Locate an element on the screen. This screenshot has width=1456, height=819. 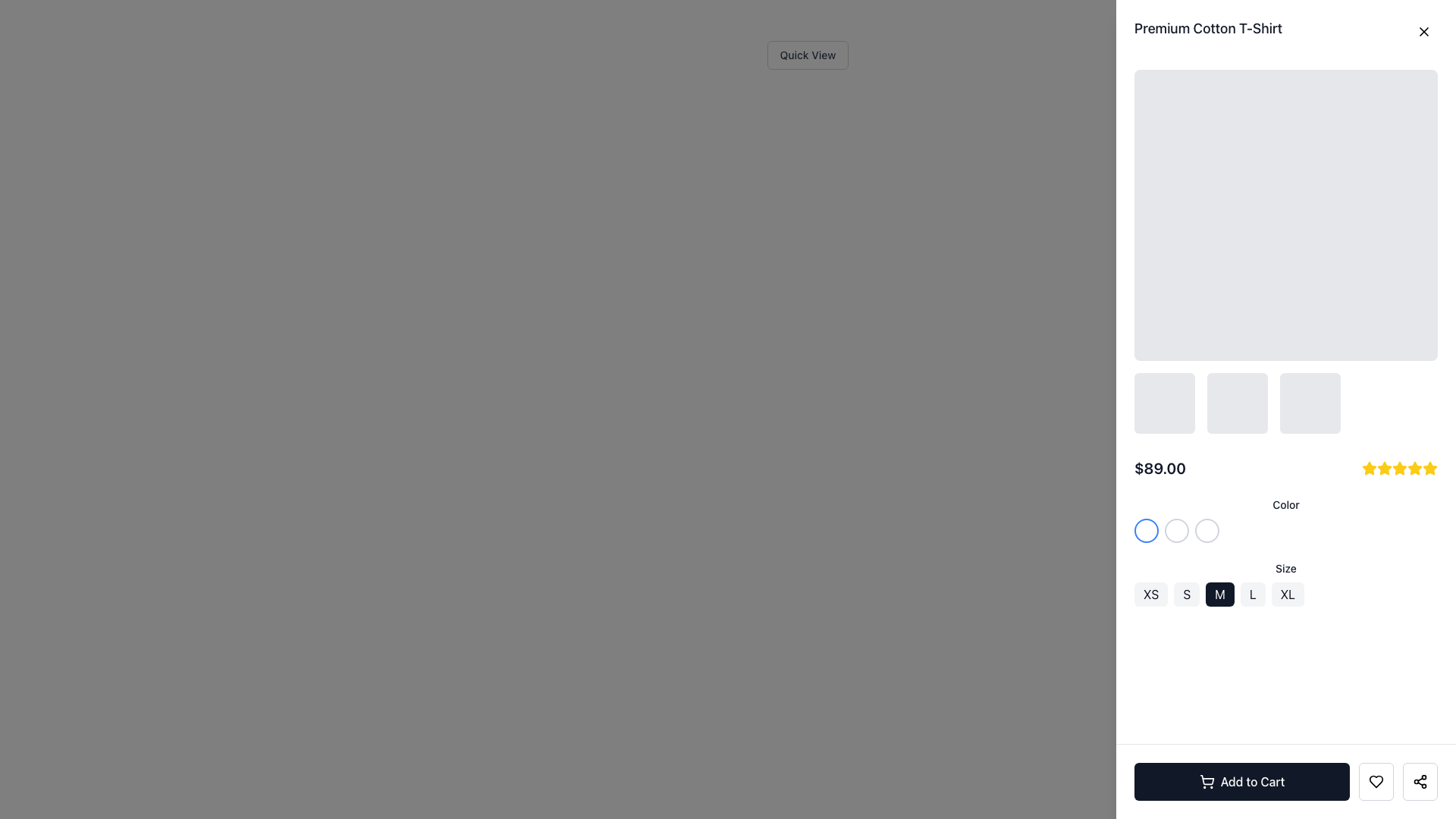
the close icon located at the top-right corner of the product description panel next to the title text 'Premium Cotton T-Shirt' is located at coordinates (1423, 32).